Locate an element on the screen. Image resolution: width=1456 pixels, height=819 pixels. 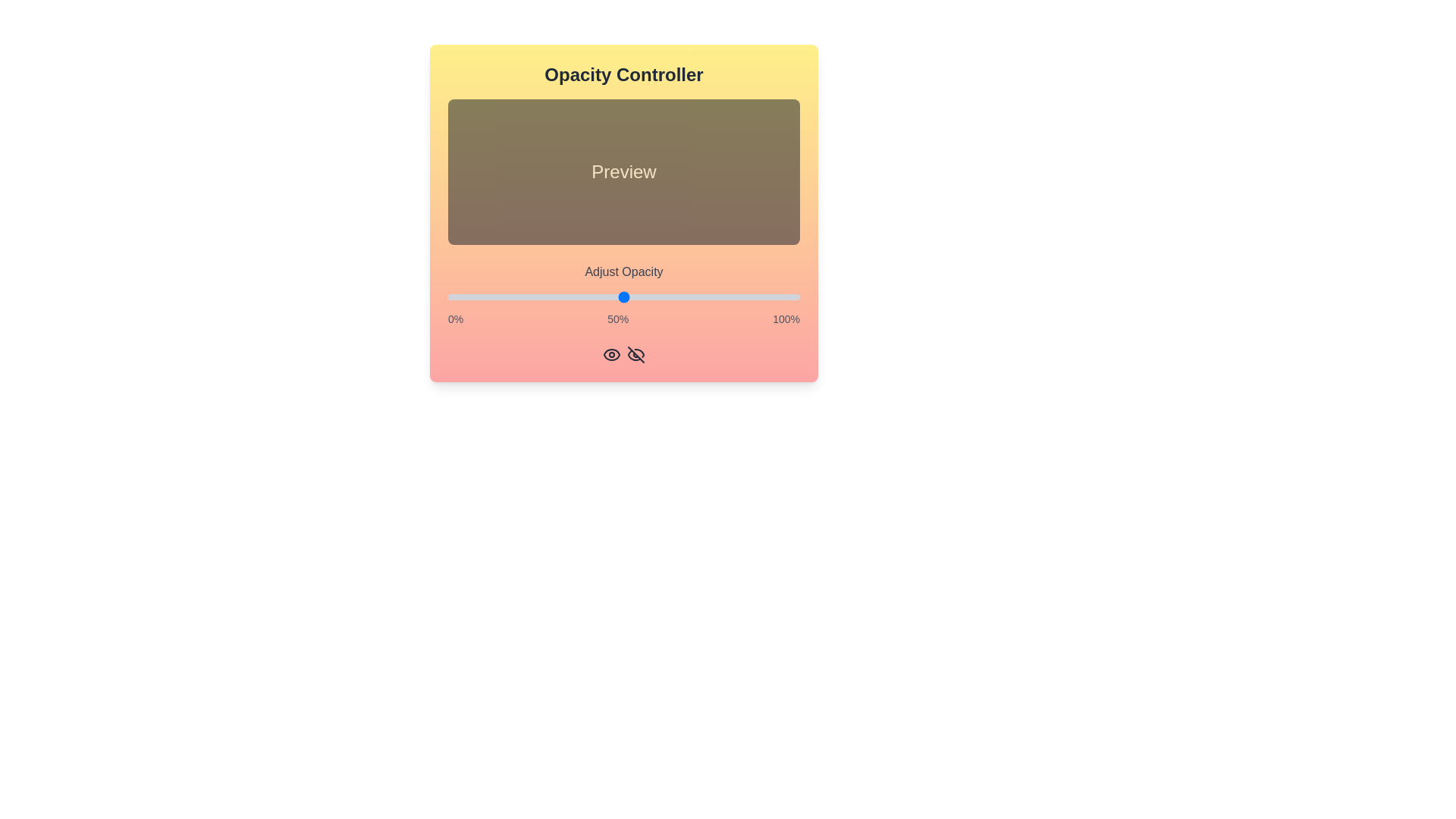
the opacity slider to 62% is located at coordinates (666, 297).